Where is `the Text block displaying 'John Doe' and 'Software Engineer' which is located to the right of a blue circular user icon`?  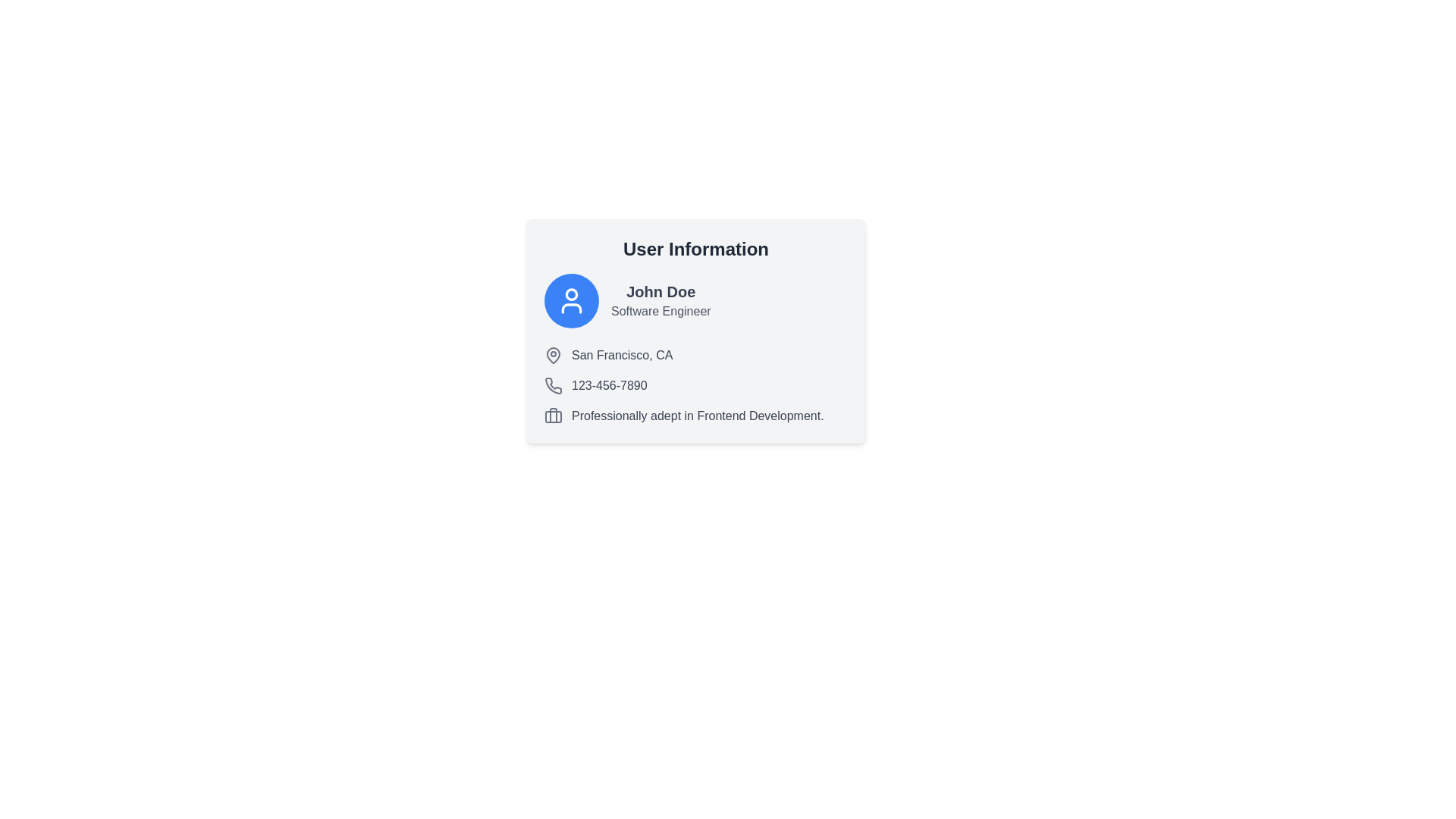 the Text block displaying 'John Doe' and 'Software Engineer' which is located to the right of a blue circular user icon is located at coordinates (661, 301).